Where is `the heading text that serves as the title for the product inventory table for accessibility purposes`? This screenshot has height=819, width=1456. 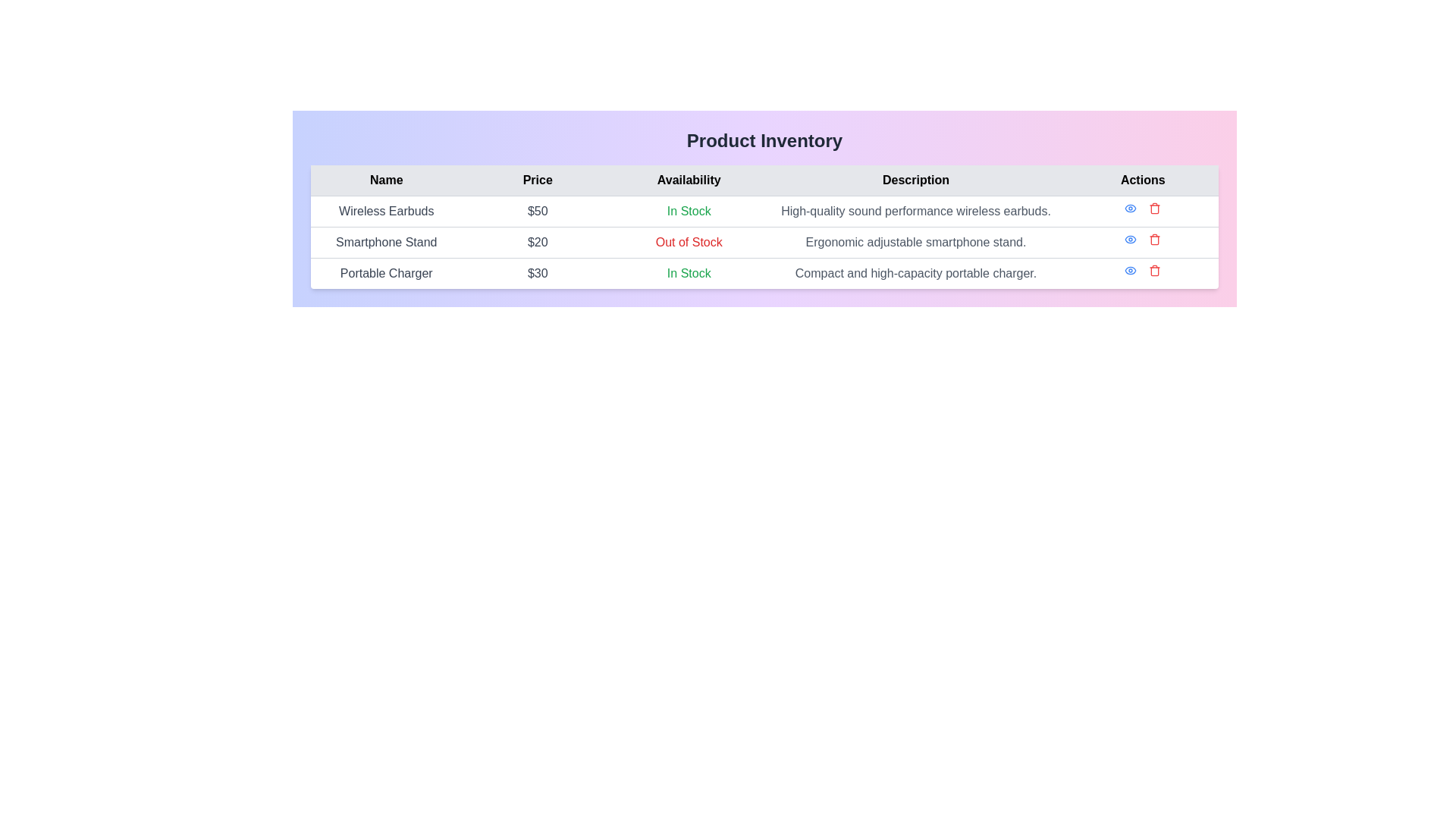 the heading text that serves as the title for the product inventory table for accessibility purposes is located at coordinates (764, 140).